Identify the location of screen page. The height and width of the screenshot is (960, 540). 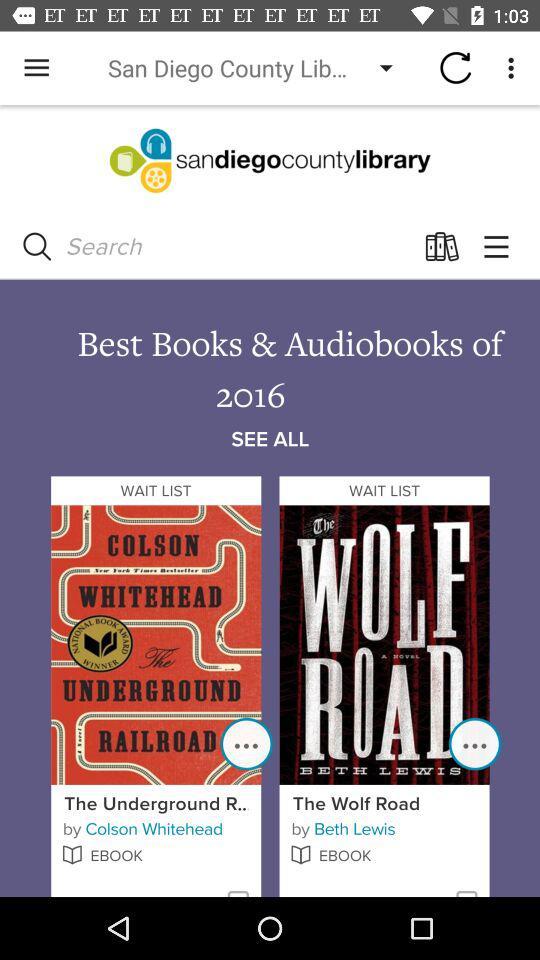
(270, 500).